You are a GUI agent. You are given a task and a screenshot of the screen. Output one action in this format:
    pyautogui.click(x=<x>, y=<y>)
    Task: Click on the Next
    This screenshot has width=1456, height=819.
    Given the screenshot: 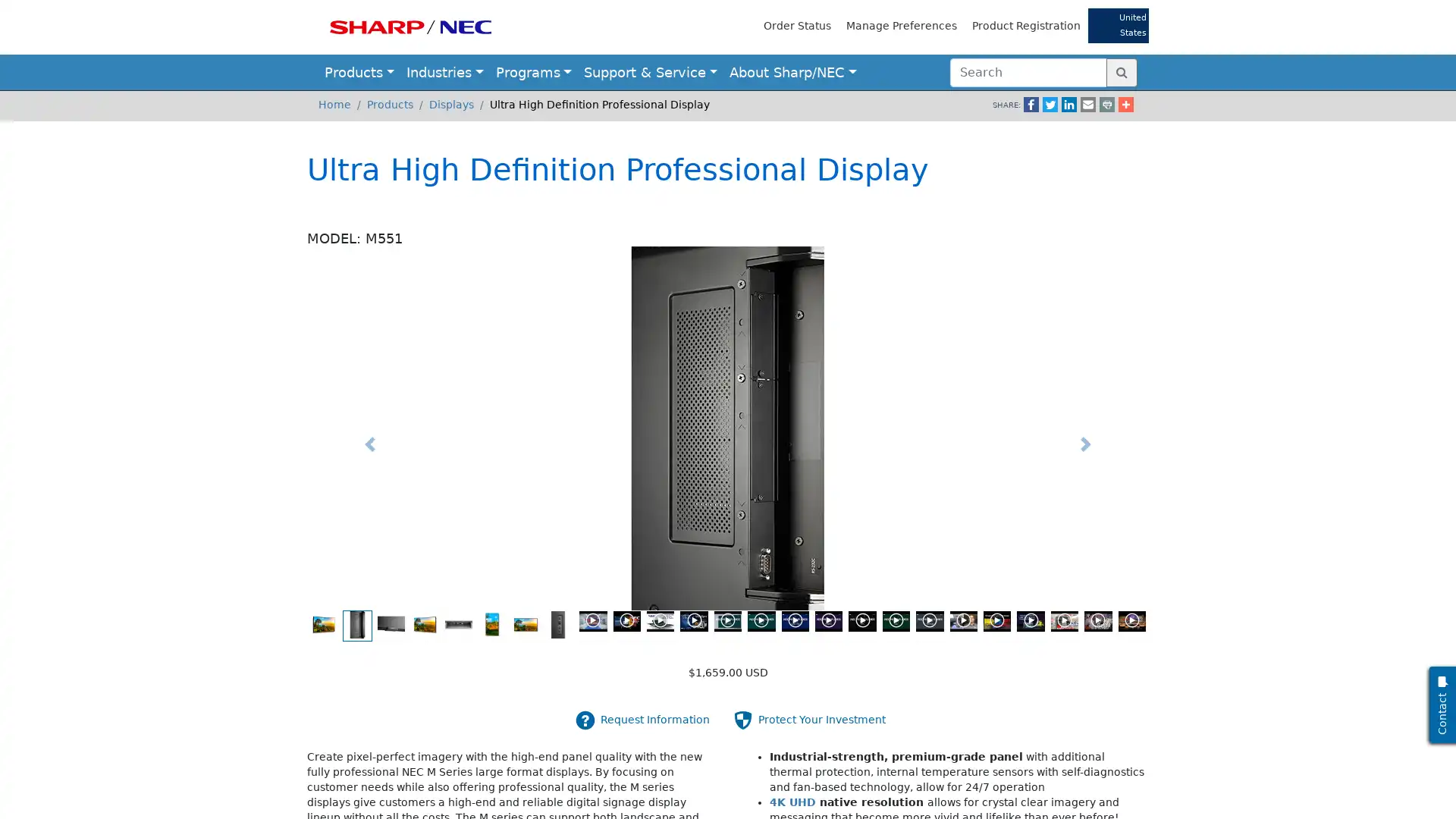 What is the action you would take?
    pyautogui.click(x=1084, y=444)
    